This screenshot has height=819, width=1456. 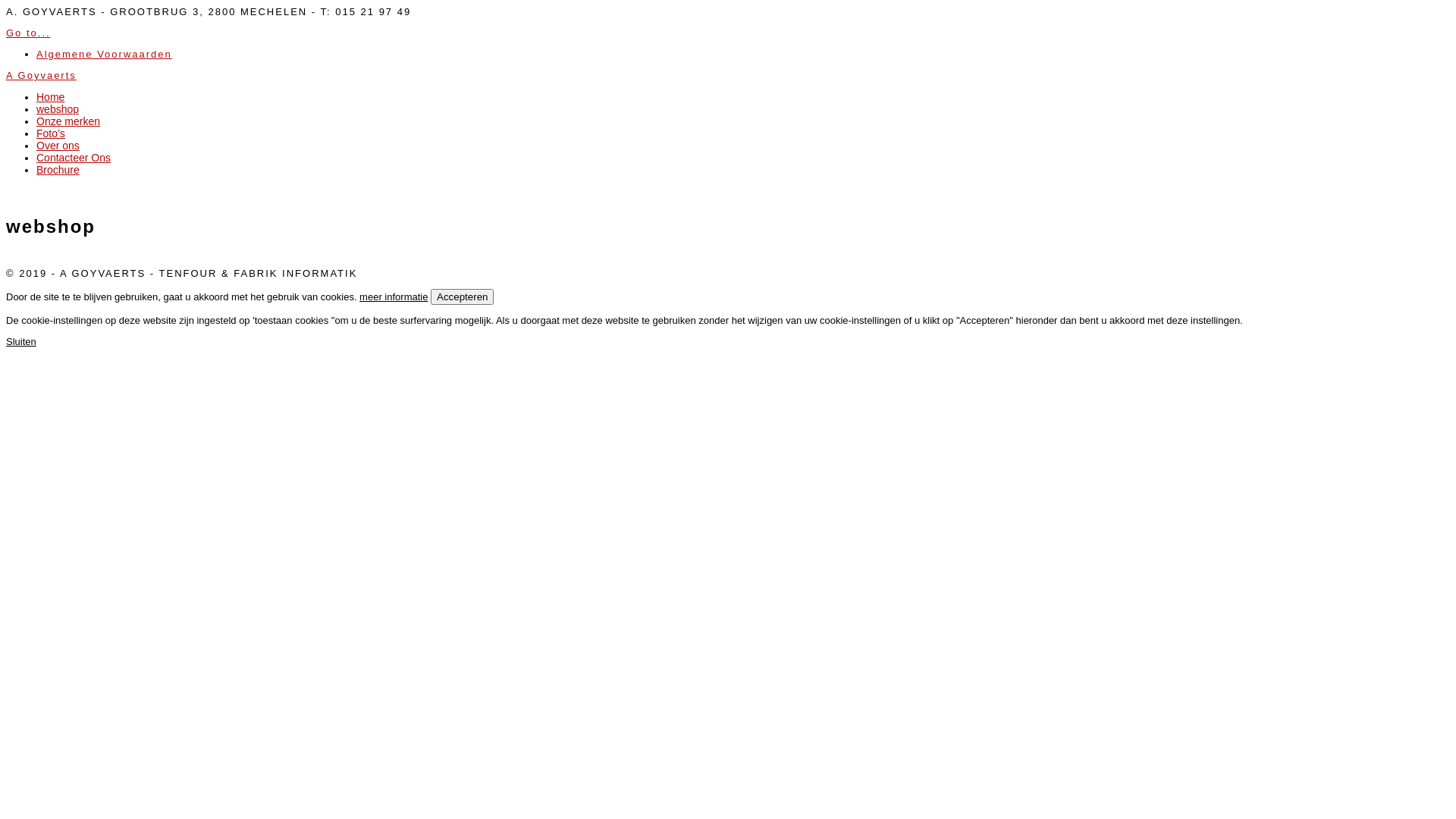 I want to click on 'Sluiten', so click(x=21, y=341).